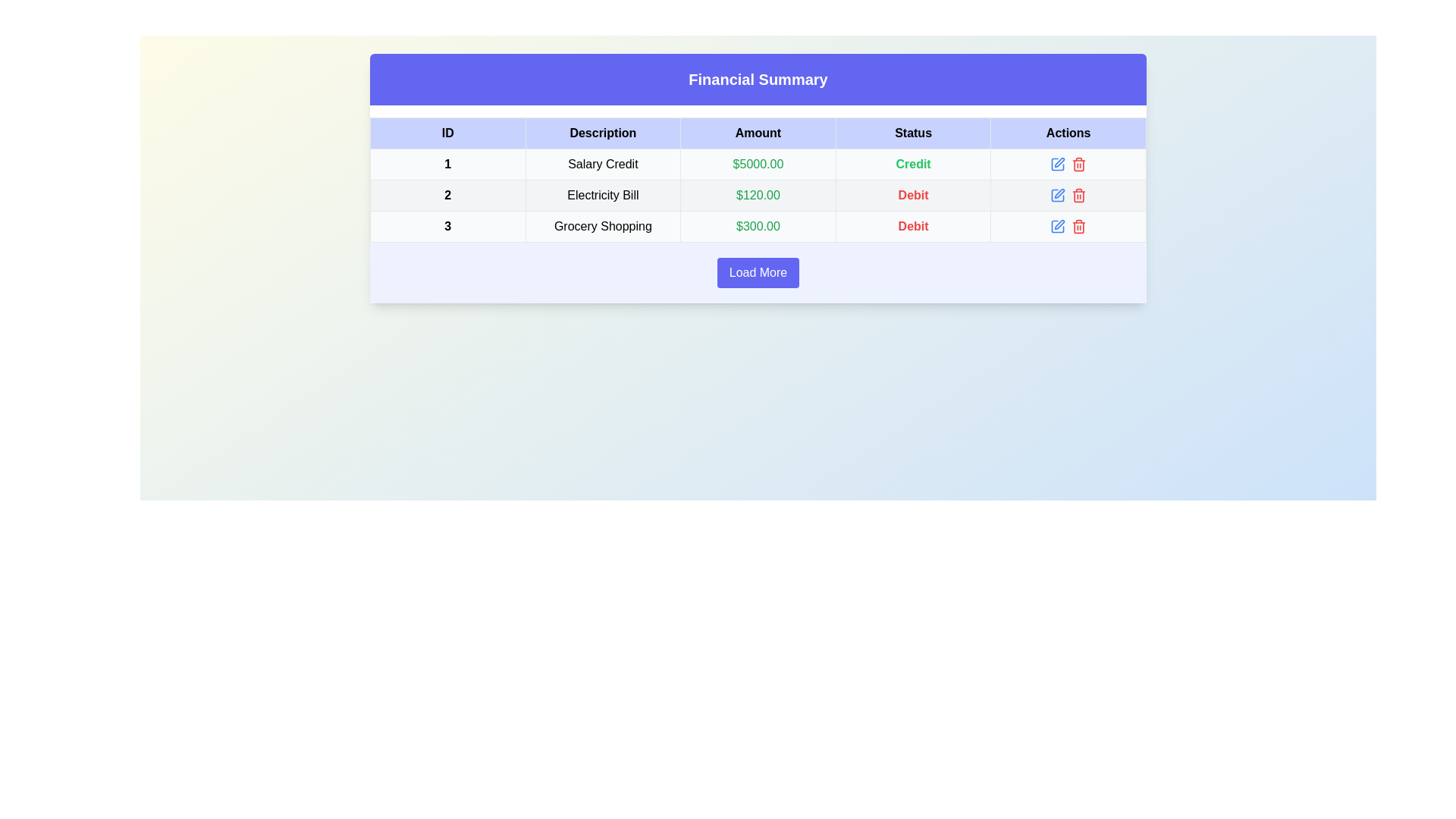 This screenshot has height=819, width=1456. What do you see at coordinates (1078, 227) in the screenshot?
I see `the delete button with an icon located in the rightmost column of action icons in the financial summary table` at bounding box center [1078, 227].